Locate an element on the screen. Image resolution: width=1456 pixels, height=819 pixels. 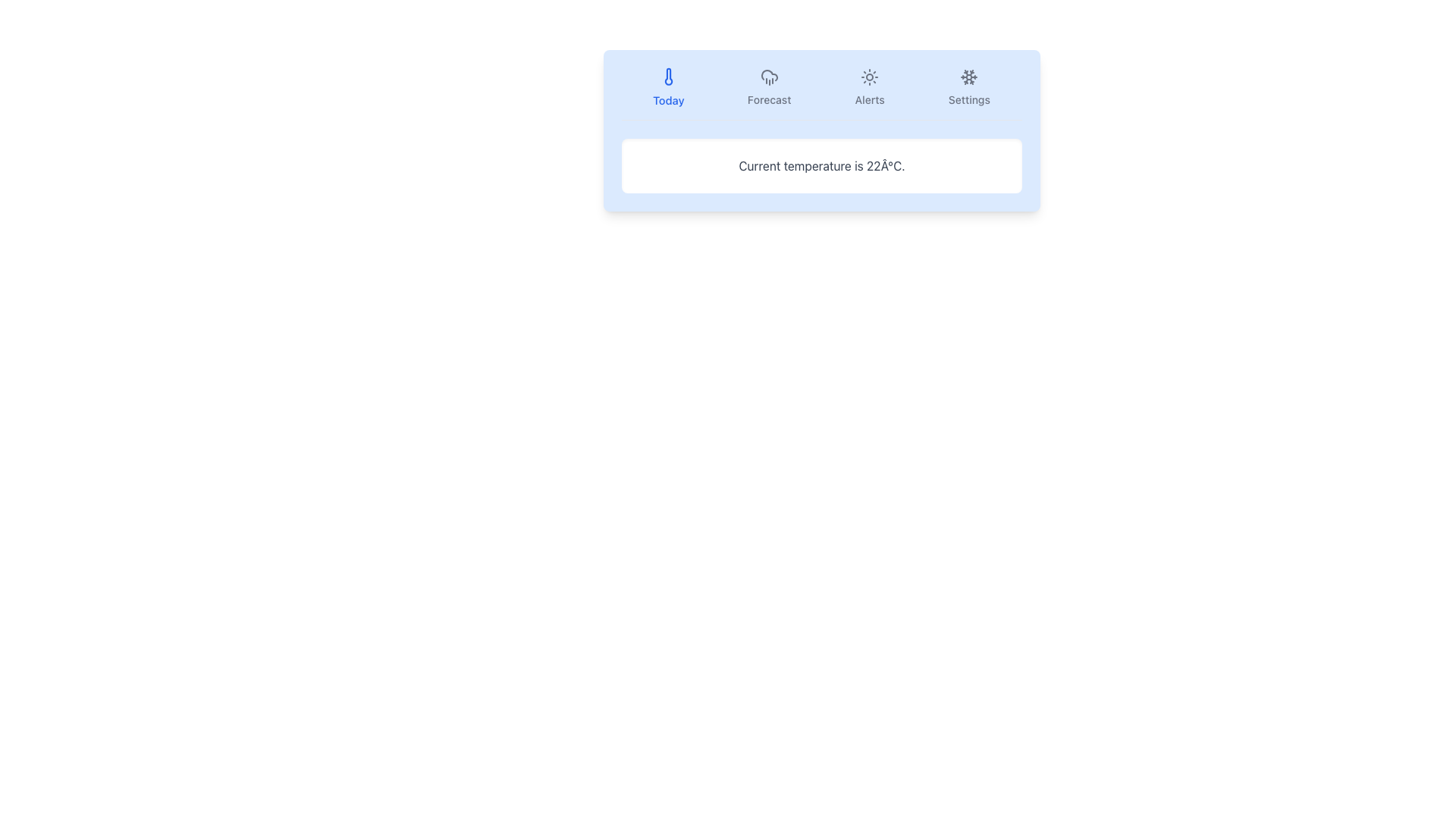
displayed text 'Current temperature is 22°C.' from the static text element located in the rounded blue box below the navigation menu is located at coordinates (821, 166).